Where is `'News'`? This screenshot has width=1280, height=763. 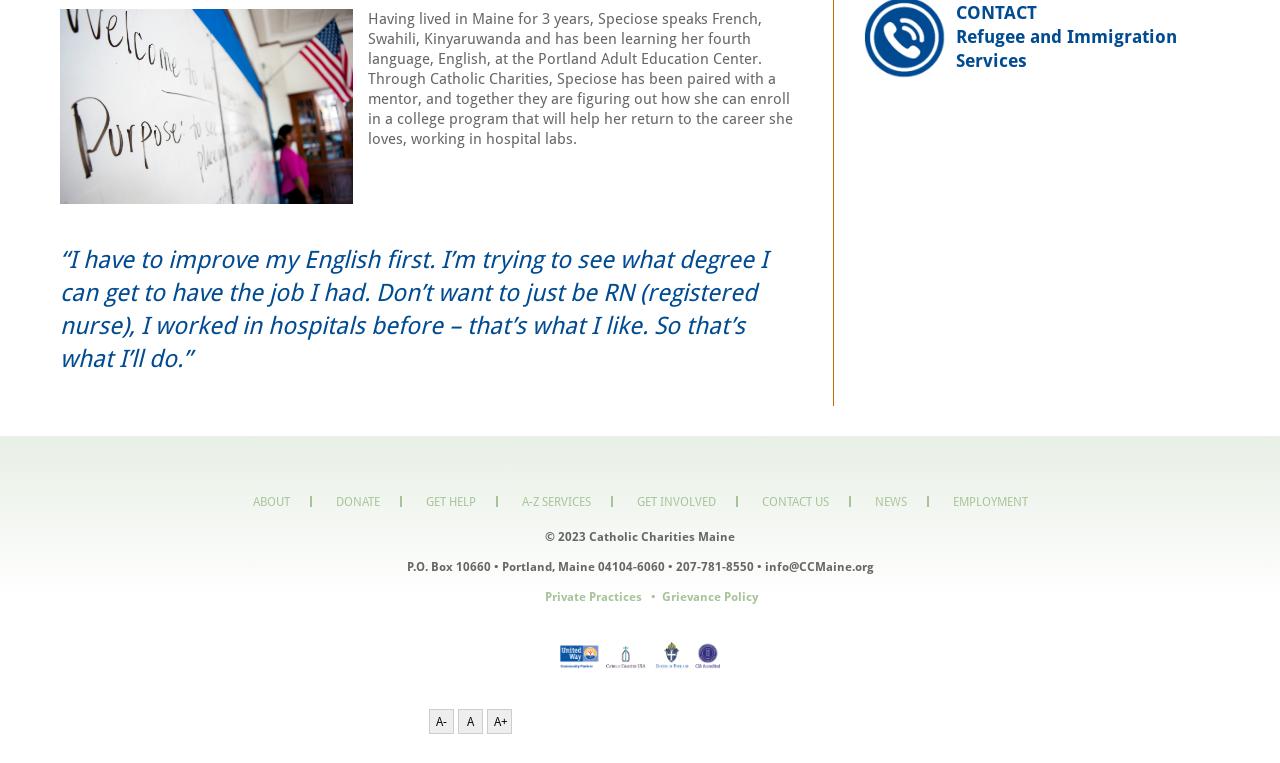 'News' is located at coordinates (888, 500).